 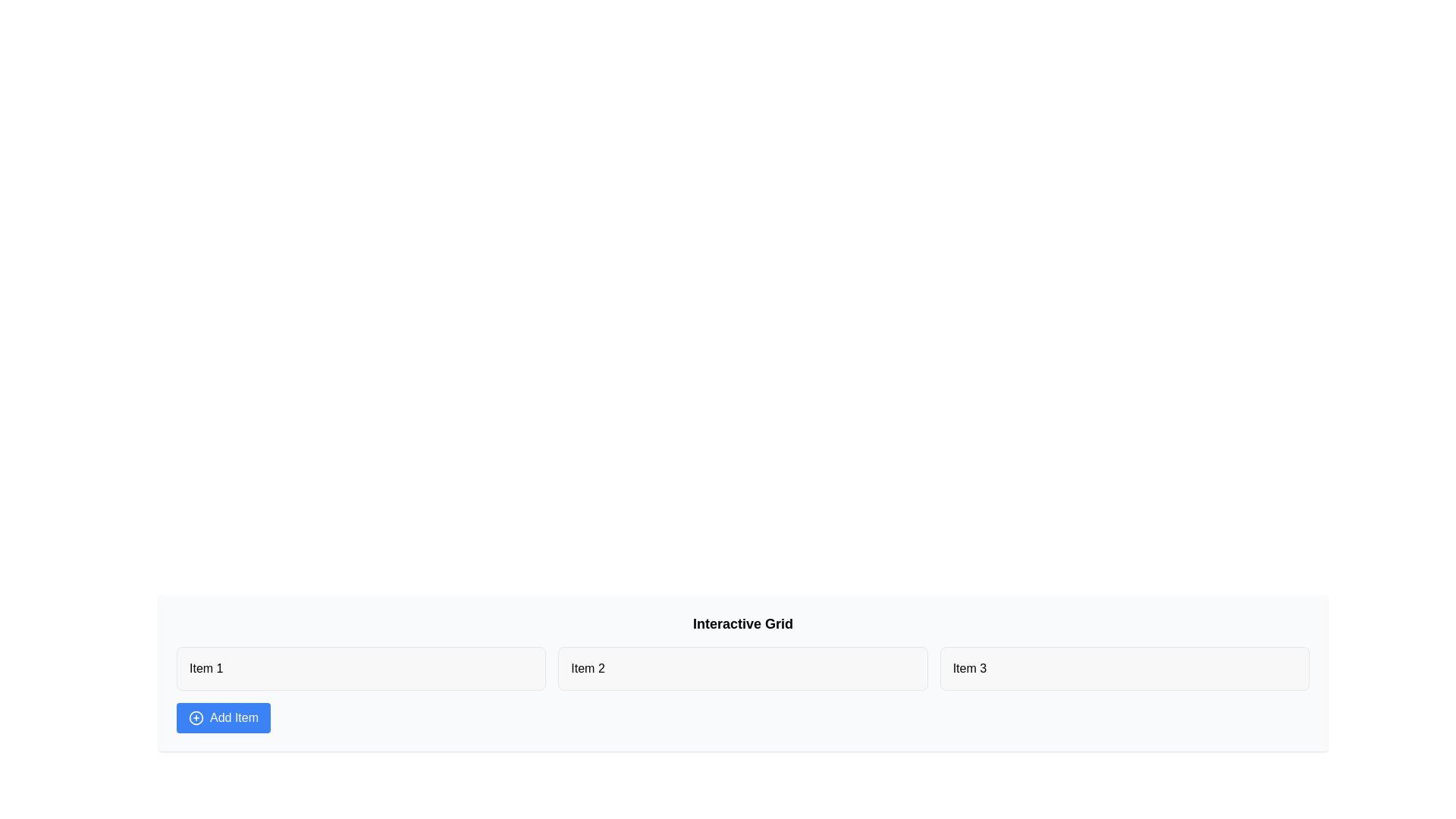 I want to click on the text of Item 2 and copy it to the clipboard, so click(x=742, y=668).